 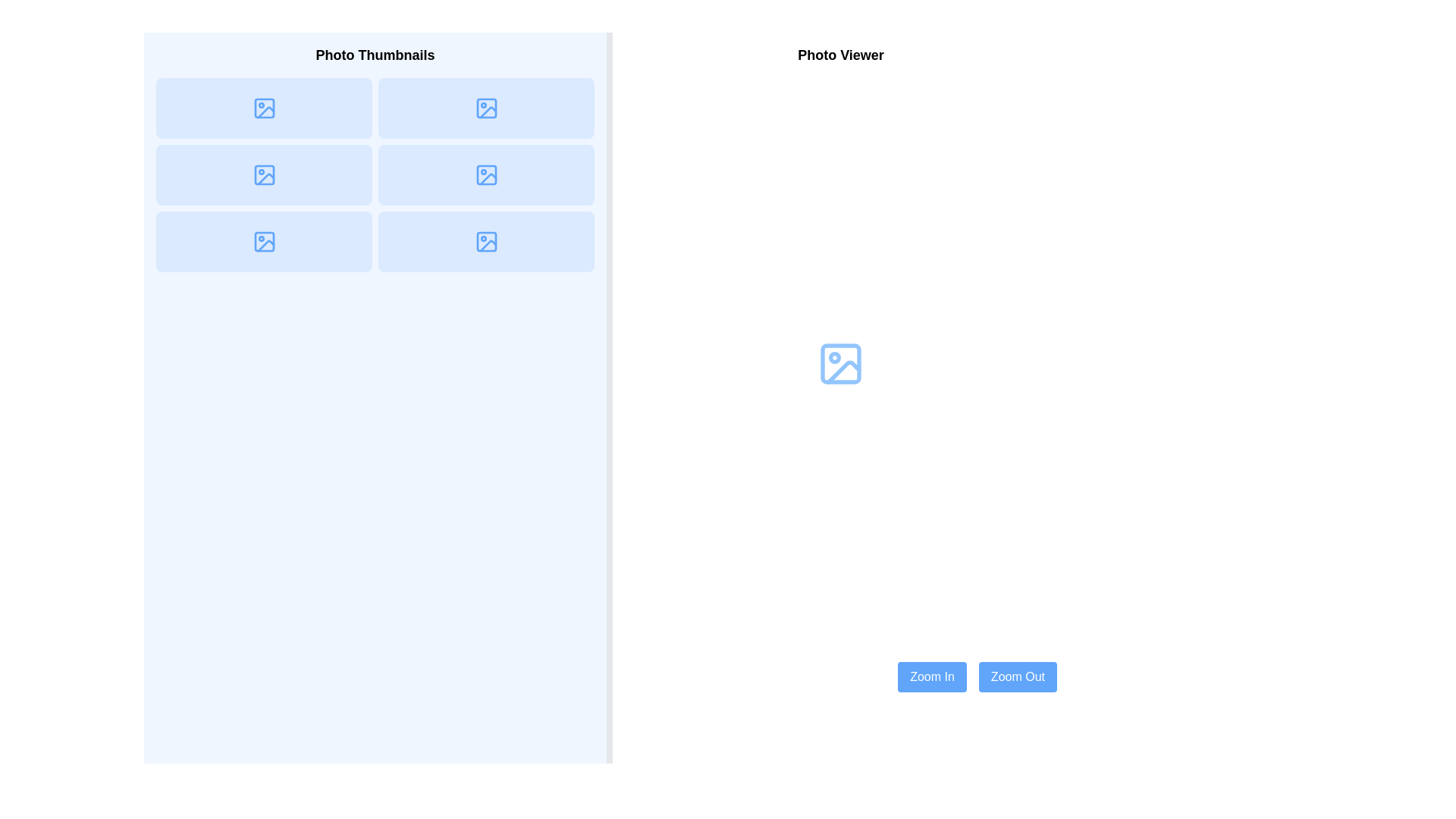 I want to click on the image thumbnail icon located in the bottom-right position of the 'Photo Thumbnails' grid, so click(x=486, y=241).